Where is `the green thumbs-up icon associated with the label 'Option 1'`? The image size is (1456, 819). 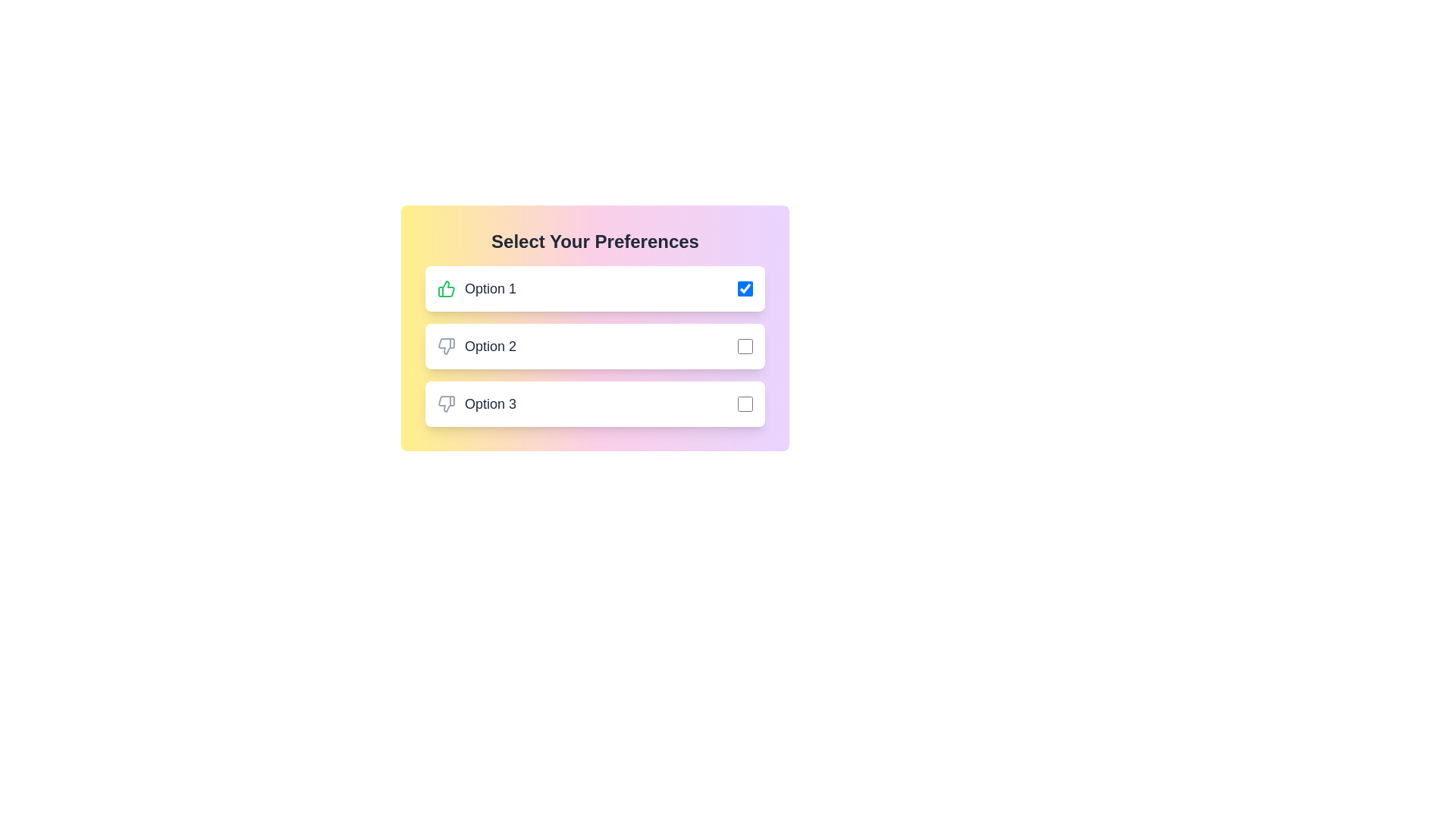
the green thumbs-up icon associated with the label 'Option 1' is located at coordinates (446, 289).